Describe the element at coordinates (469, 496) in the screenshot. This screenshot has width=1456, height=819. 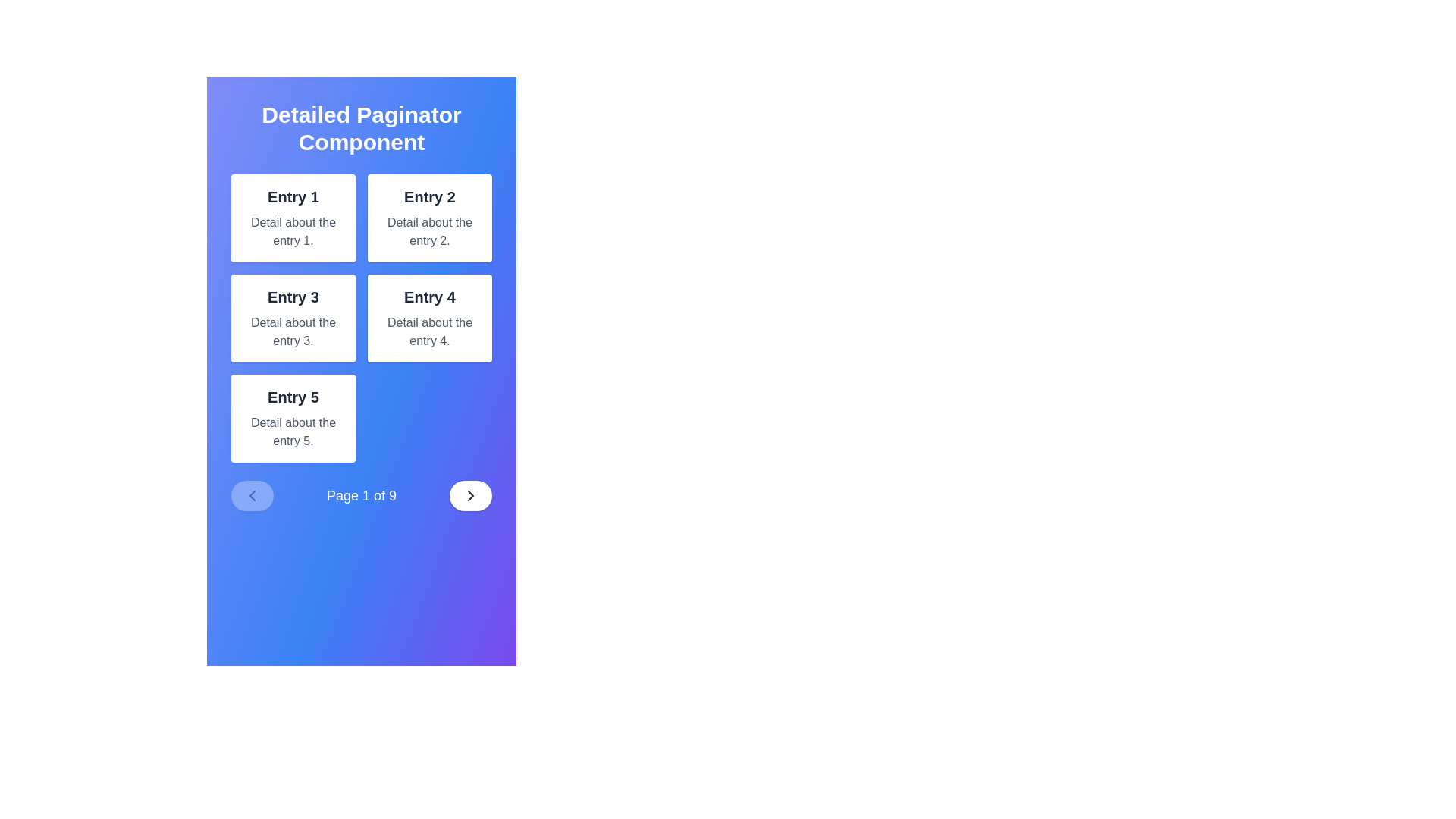
I see `the button styled with a white, rounded rectangle shape containing a rightward-pointing chevron icon to activate hover effects` at that location.